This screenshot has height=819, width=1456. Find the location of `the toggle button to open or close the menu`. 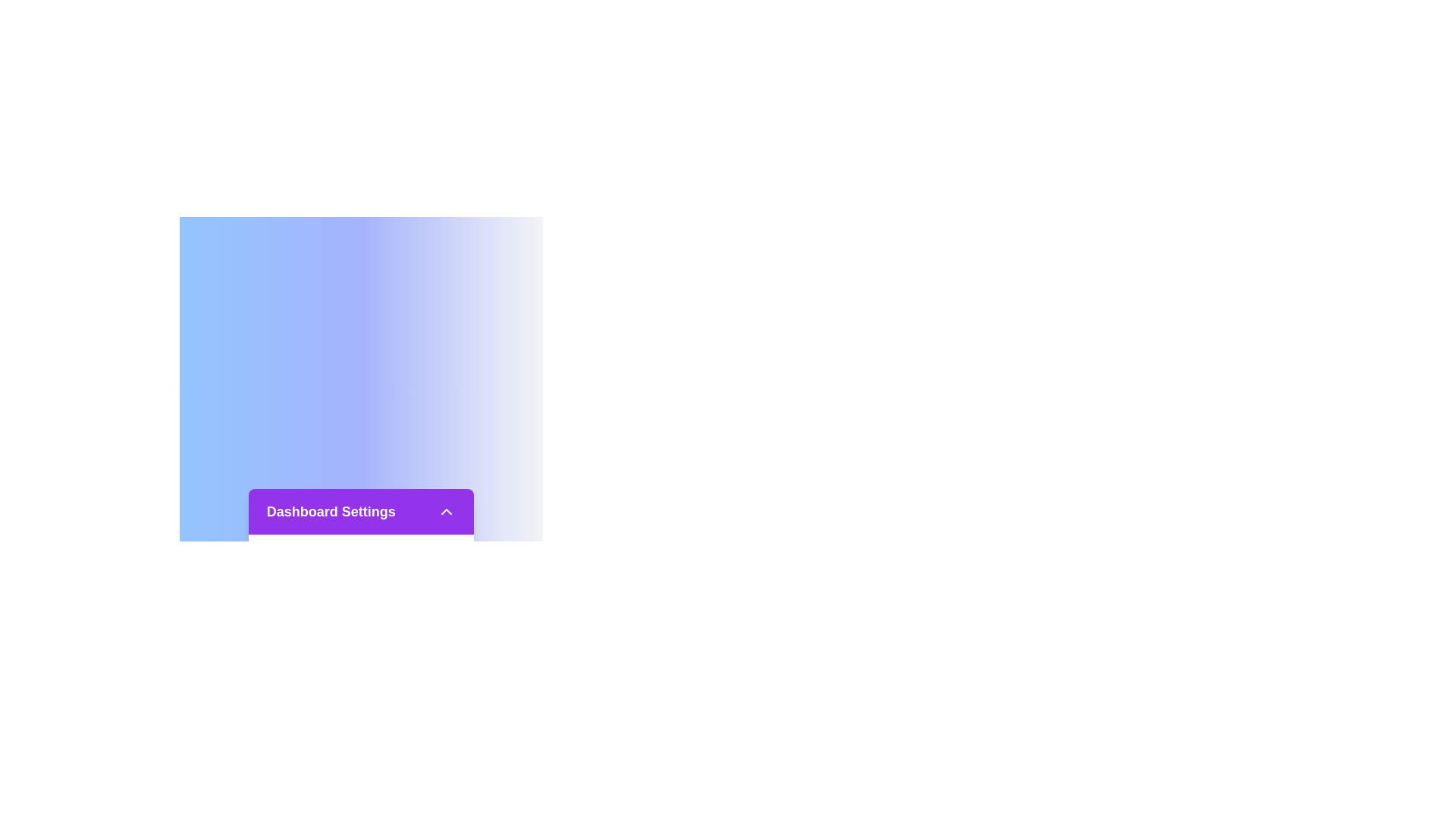

the toggle button to open or close the menu is located at coordinates (446, 512).